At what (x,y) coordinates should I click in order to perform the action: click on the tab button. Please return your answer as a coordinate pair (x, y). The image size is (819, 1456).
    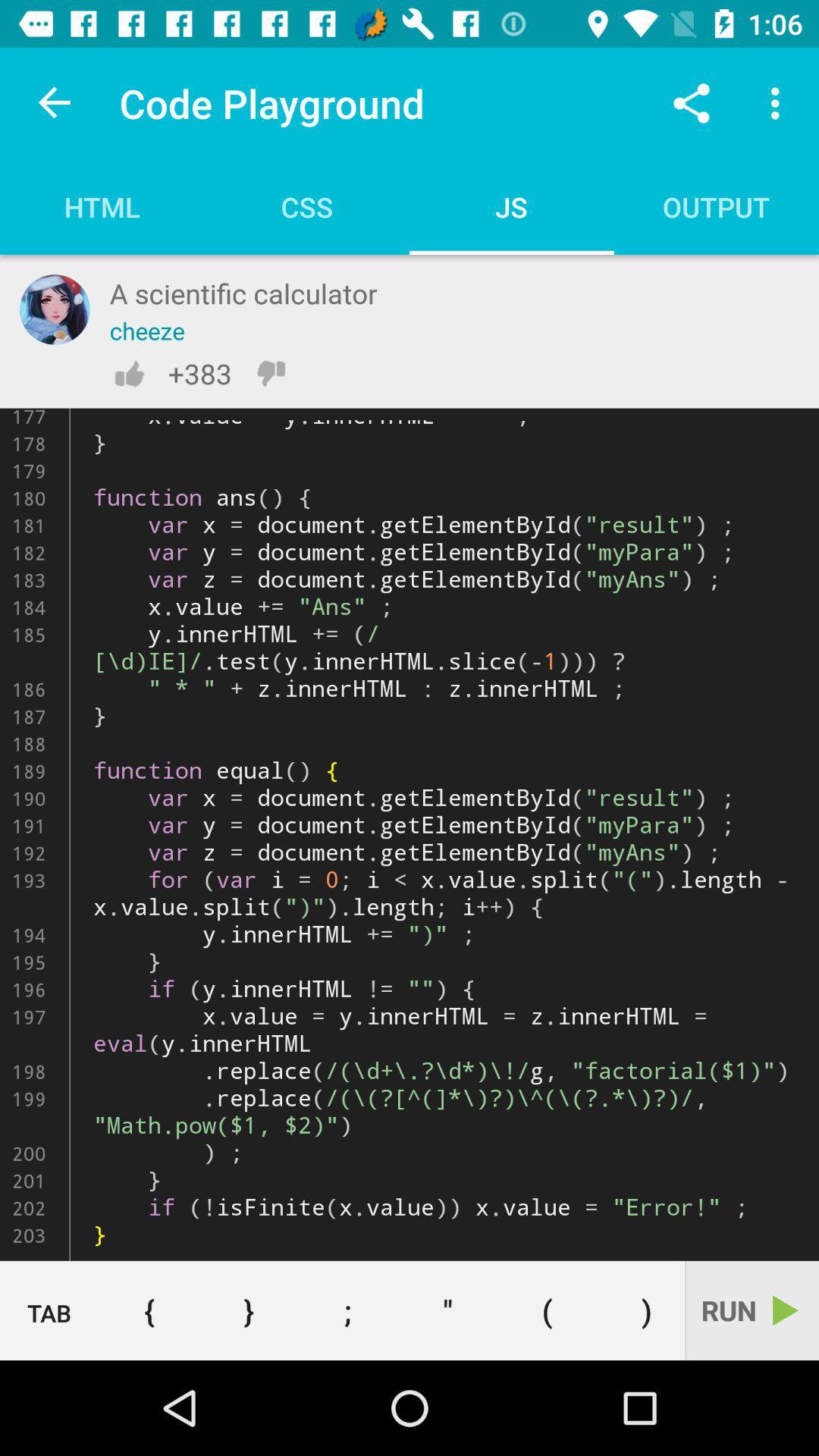
    Looking at the image, I should click on (49, 1310).